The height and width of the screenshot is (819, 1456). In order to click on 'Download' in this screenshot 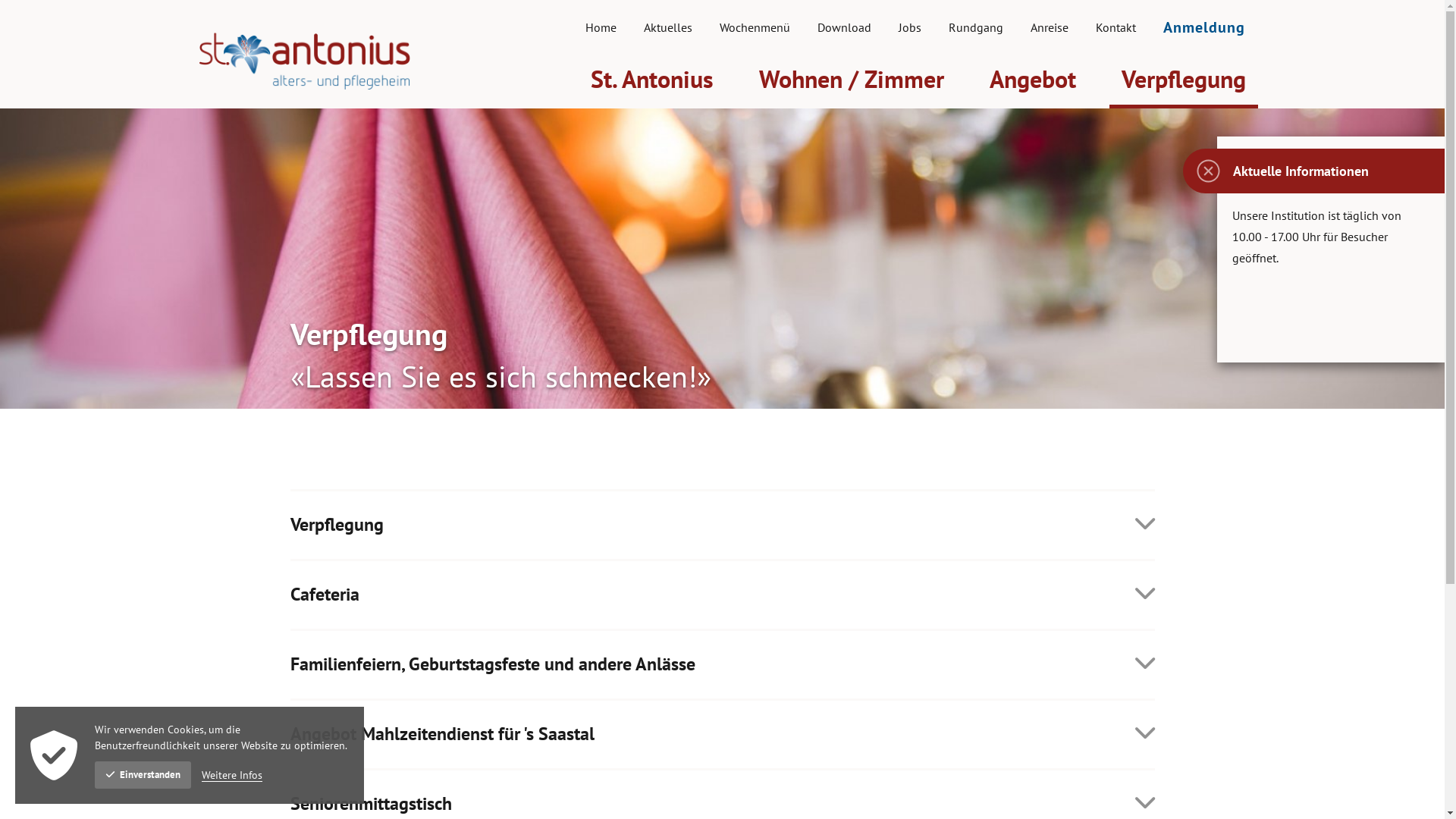, I will do `click(843, 27)`.